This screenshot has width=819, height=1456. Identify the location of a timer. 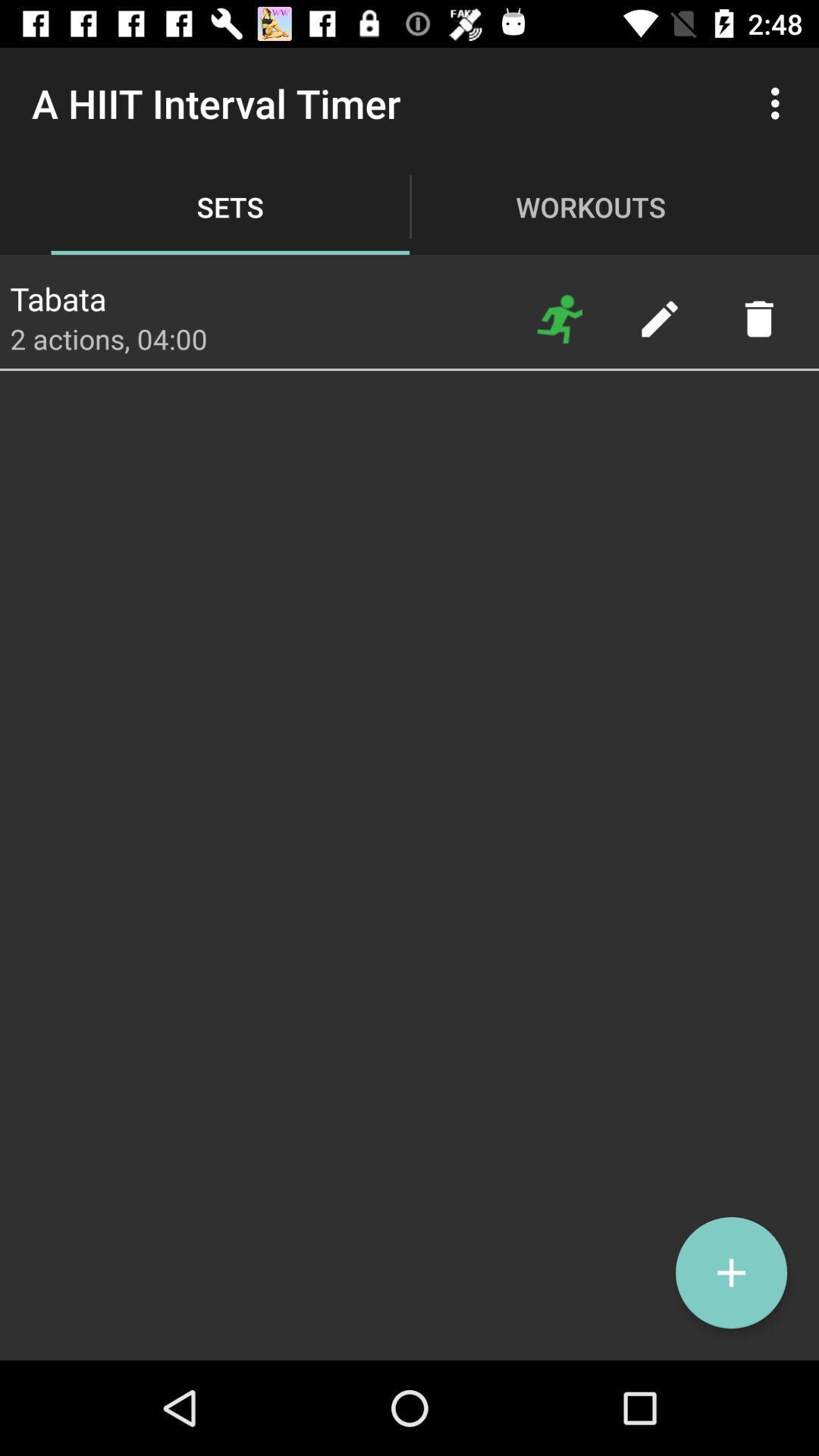
(730, 1272).